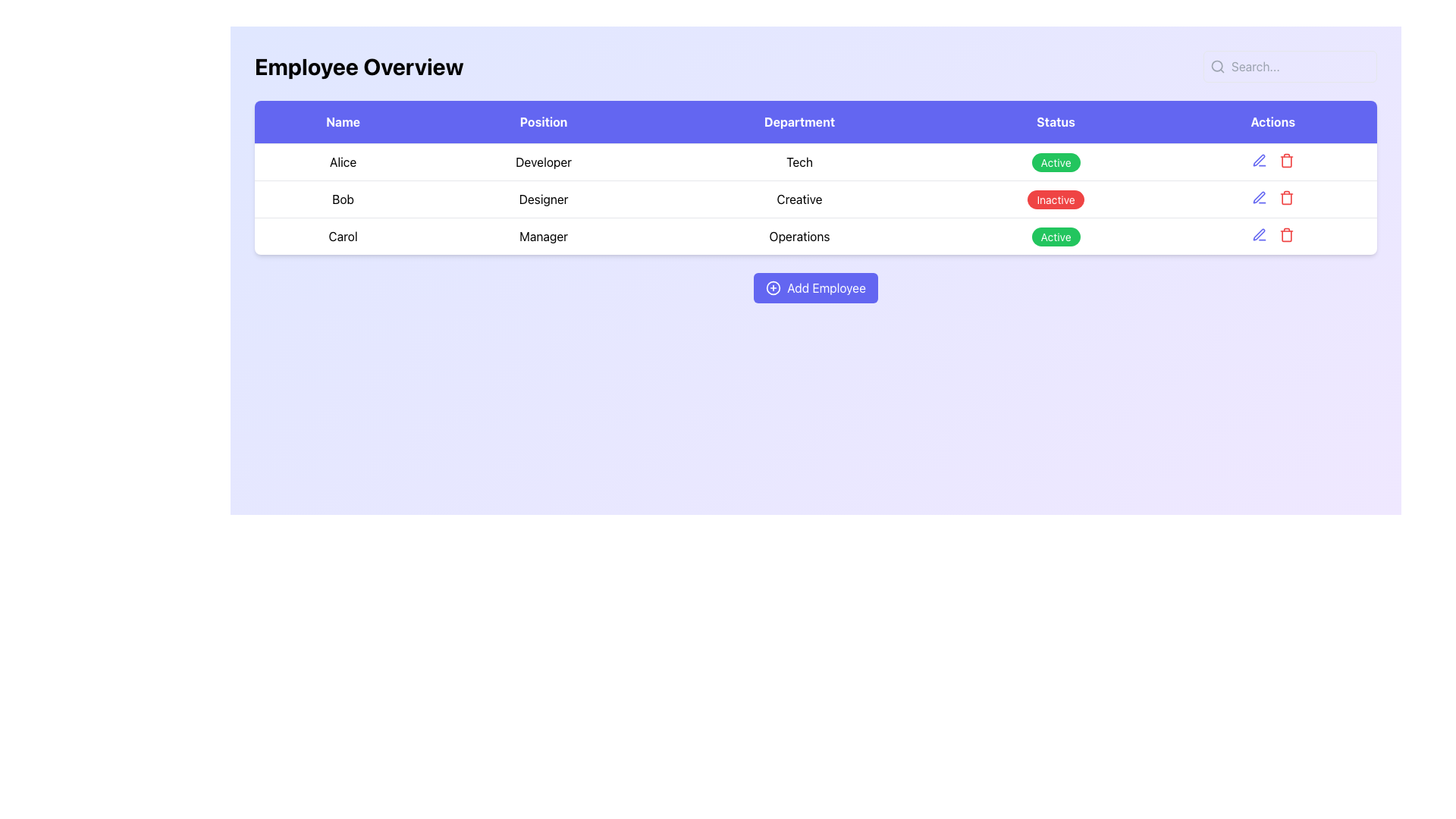 The height and width of the screenshot is (819, 1456). What do you see at coordinates (544, 198) in the screenshot?
I see `the 'Designer' text label in the 'Position' column of the table, which is located under the header 'Position' and associated with the row for 'Bob'` at bounding box center [544, 198].